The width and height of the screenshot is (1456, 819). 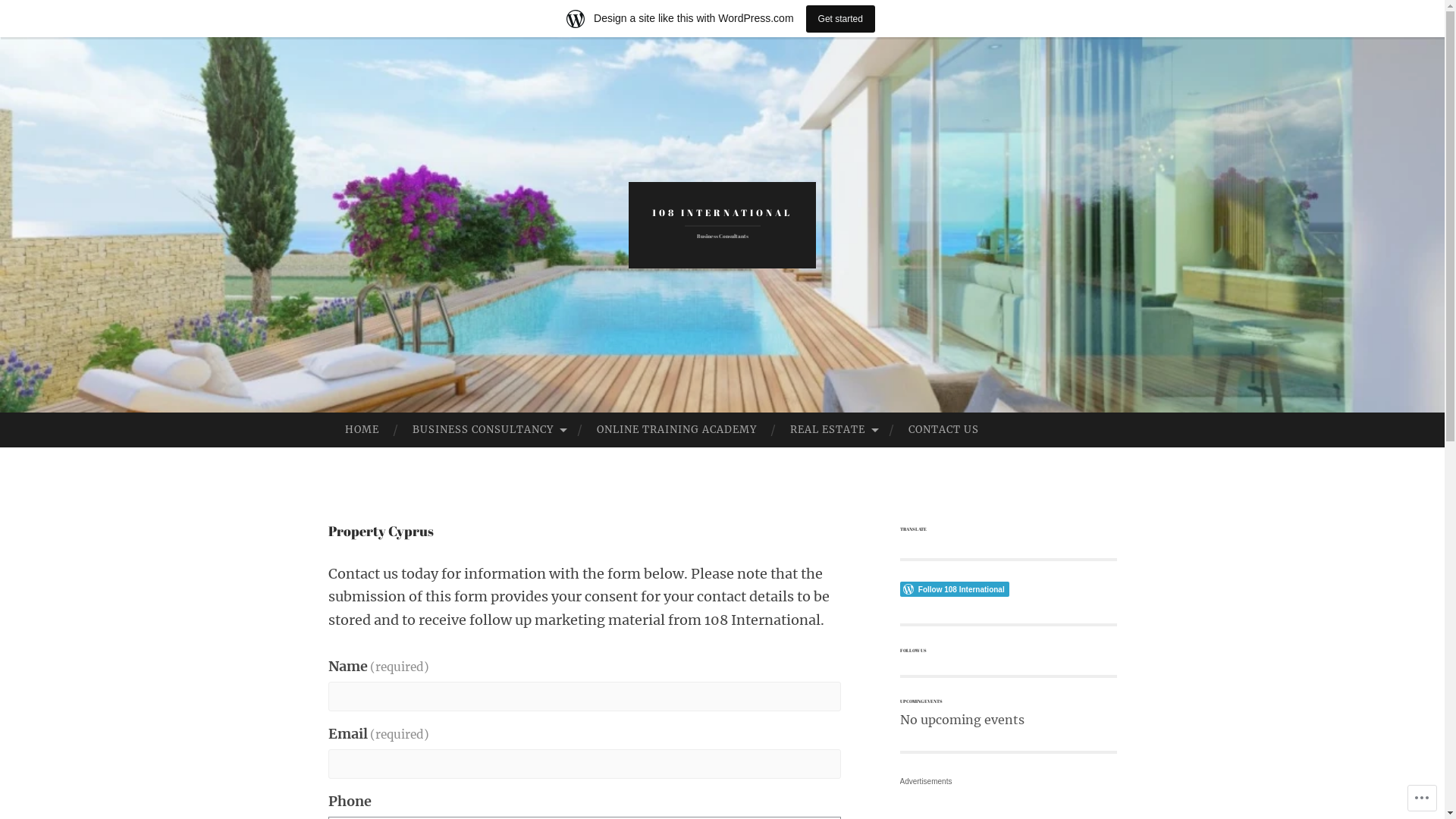 What do you see at coordinates (839, 17) in the screenshot?
I see `'Get started'` at bounding box center [839, 17].